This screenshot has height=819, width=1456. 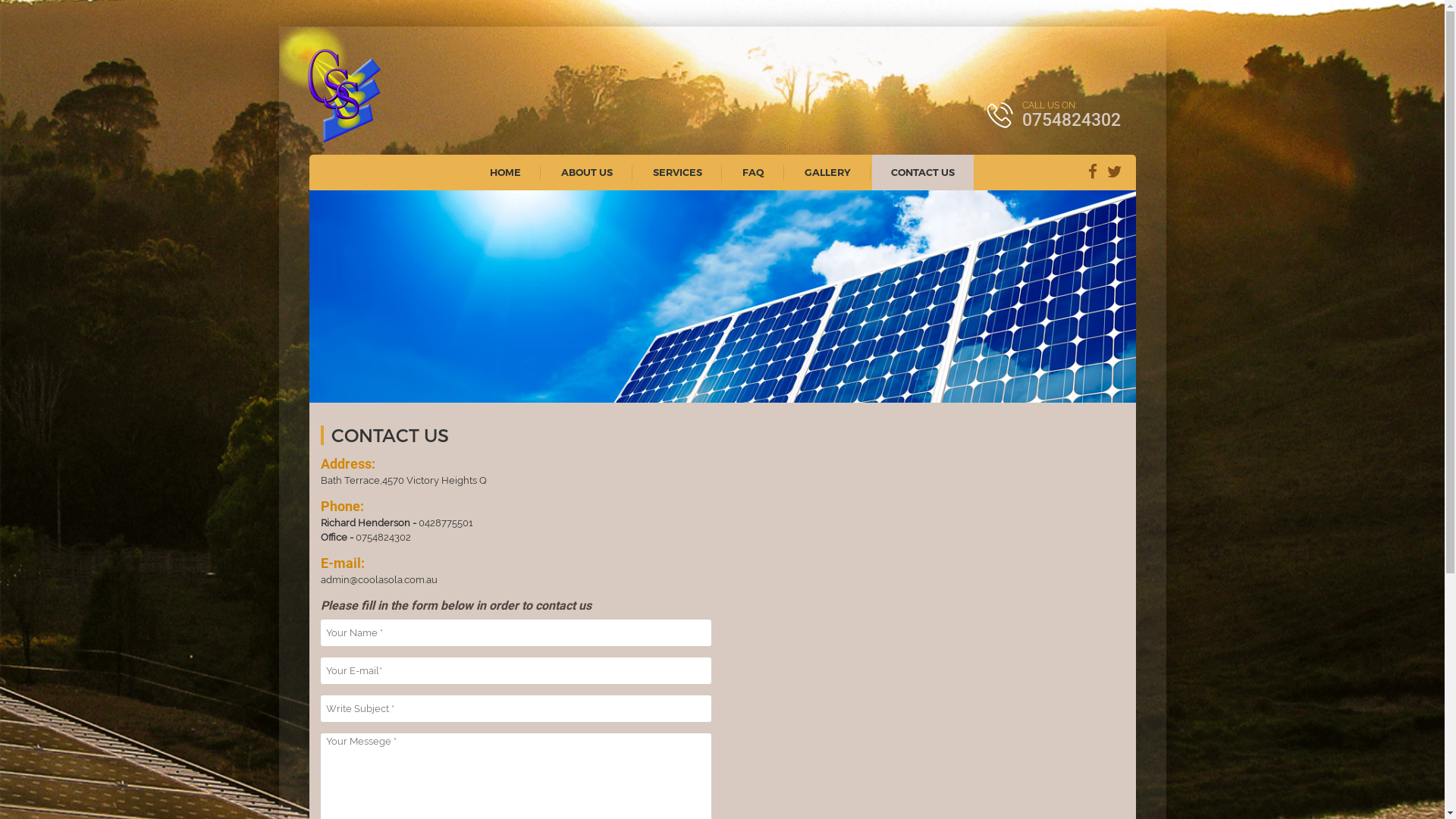 I want to click on 'CONTACT US', so click(x=922, y=171).